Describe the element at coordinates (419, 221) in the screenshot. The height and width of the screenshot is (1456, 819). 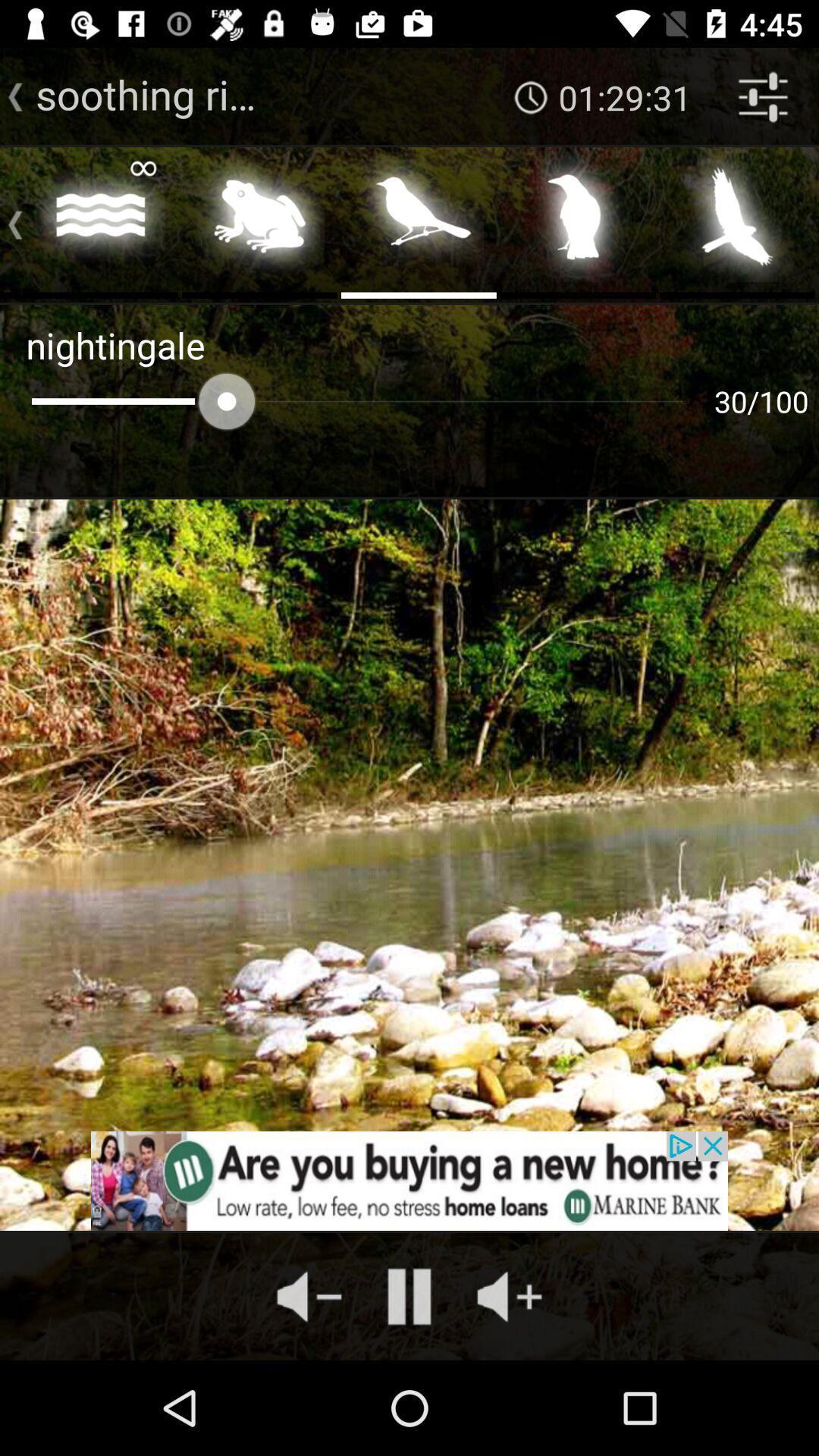
I see `bird` at that location.